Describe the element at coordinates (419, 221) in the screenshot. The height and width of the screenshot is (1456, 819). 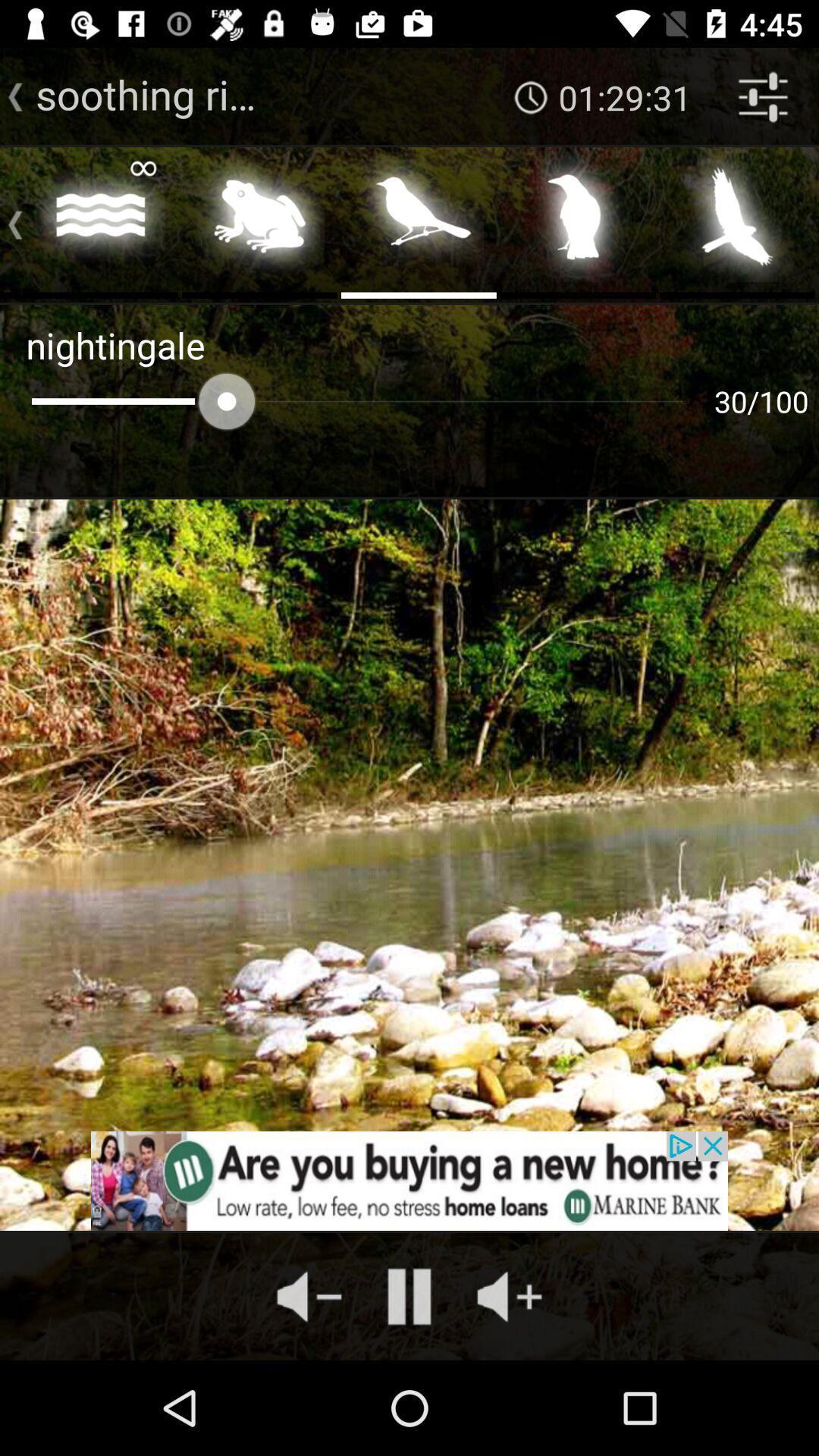
I see `bird` at that location.